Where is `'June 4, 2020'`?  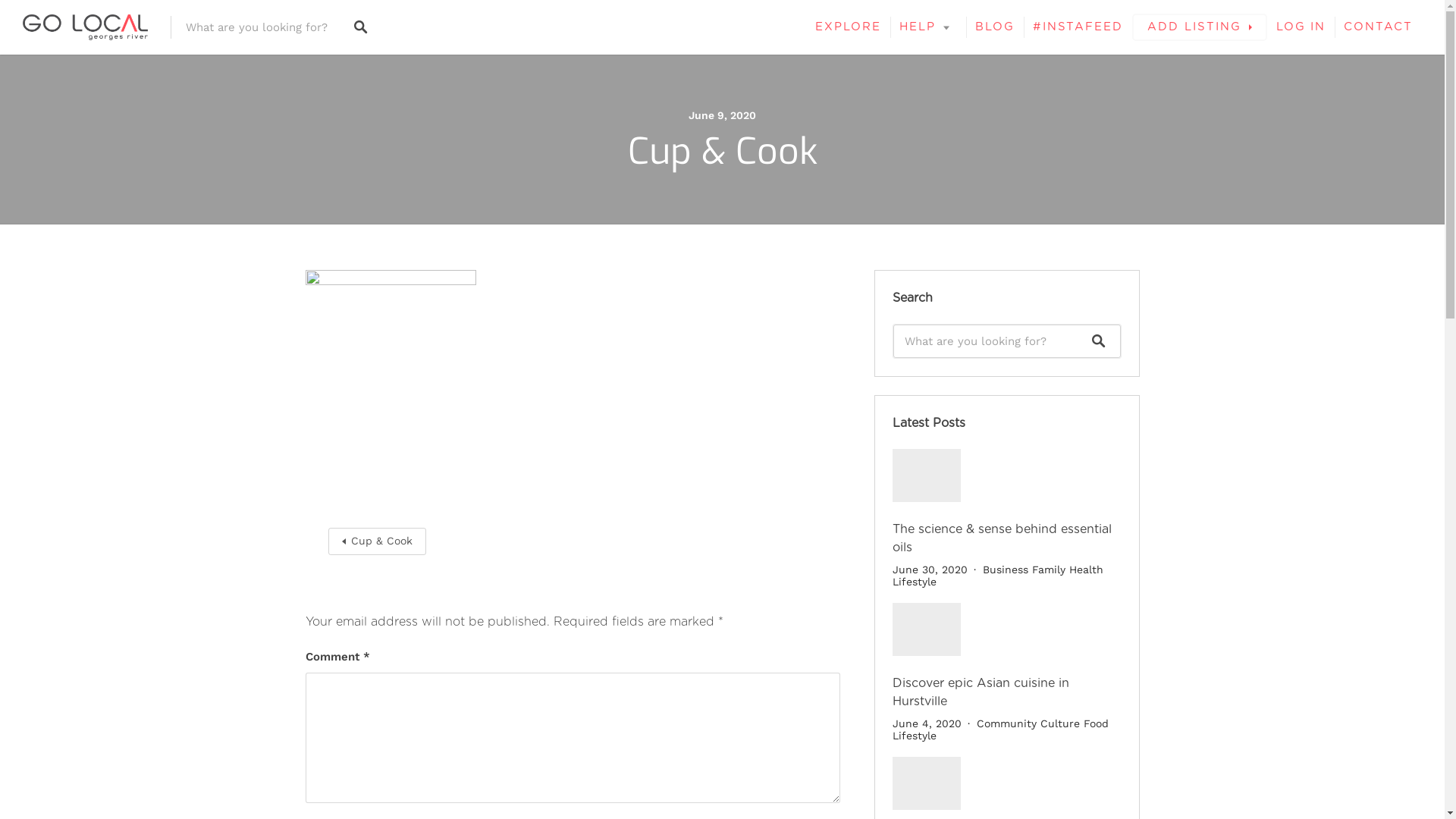
'June 4, 2020' is located at coordinates (925, 722).